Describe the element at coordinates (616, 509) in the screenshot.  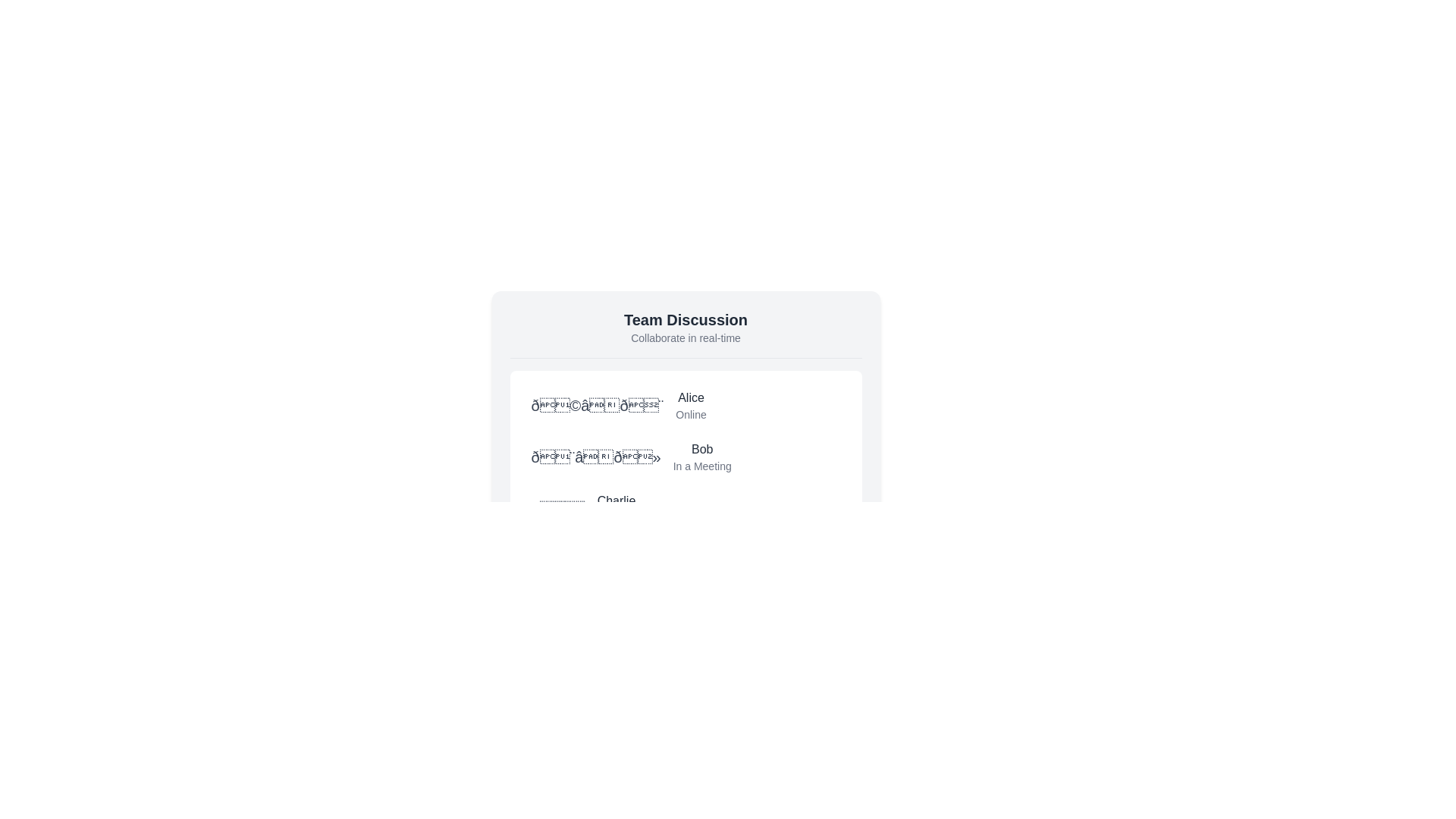
I see `the text display that shows the user's name and current status` at that location.